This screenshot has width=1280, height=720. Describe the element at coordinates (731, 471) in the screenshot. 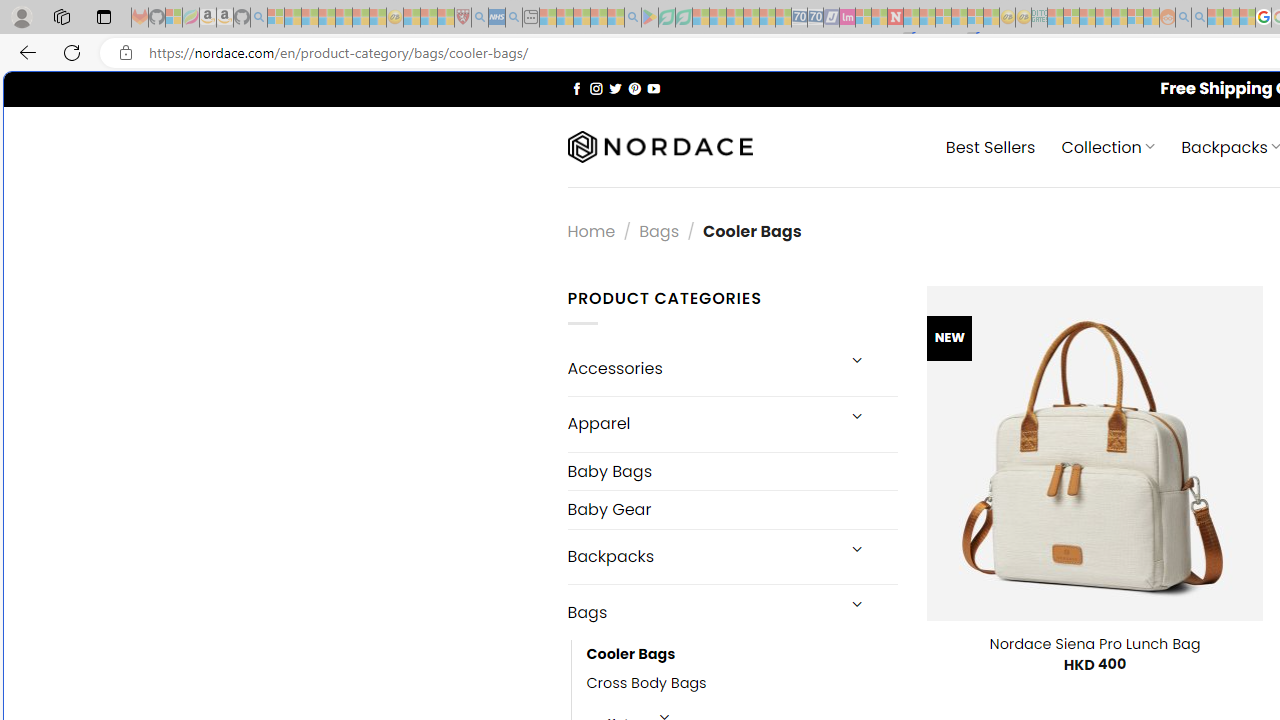

I see `'Baby Bags'` at that location.